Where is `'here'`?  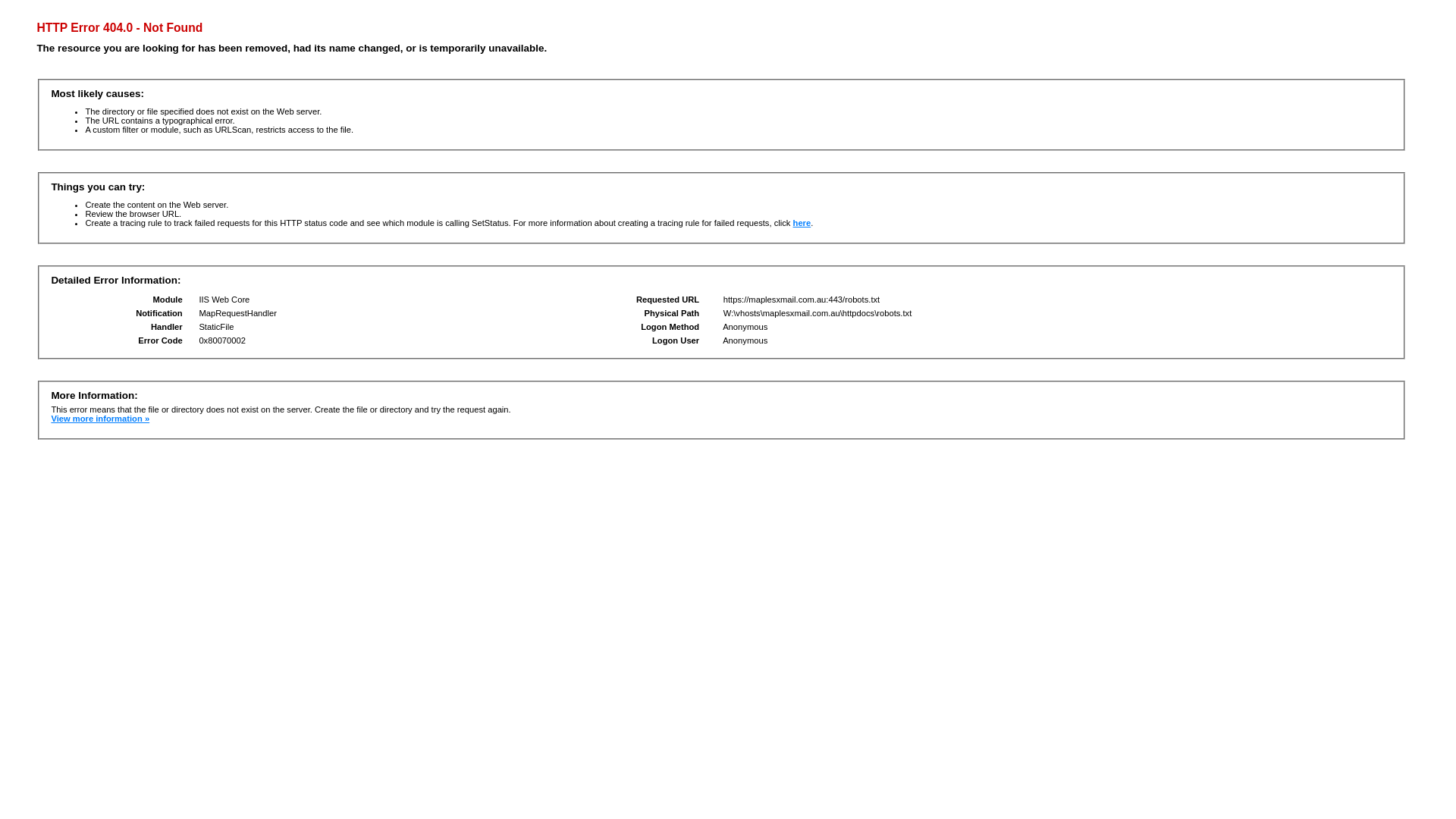 'here' is located at coordinates (801, 222).